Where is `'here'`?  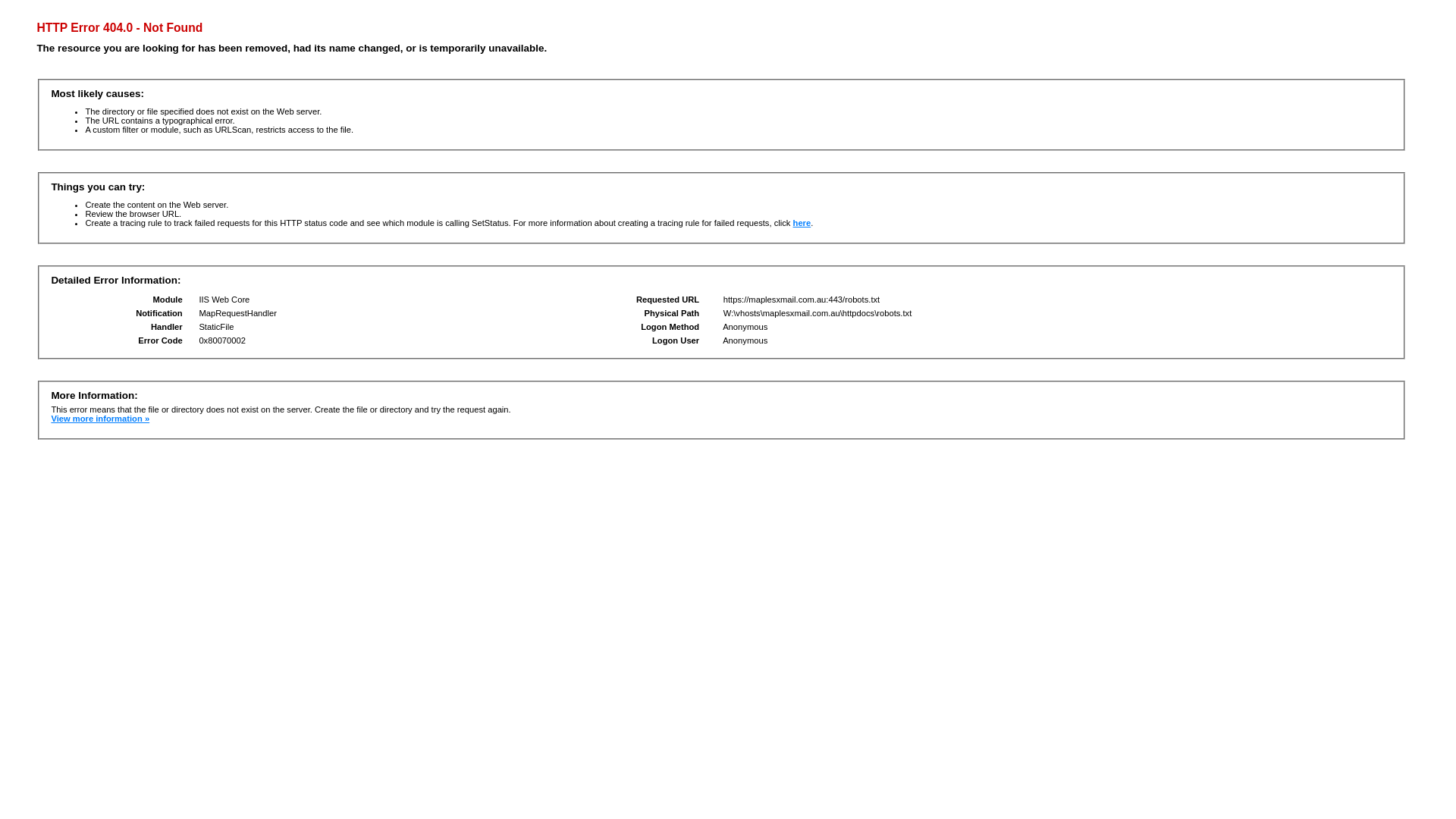 'here' is located at coordinates (801, 222).